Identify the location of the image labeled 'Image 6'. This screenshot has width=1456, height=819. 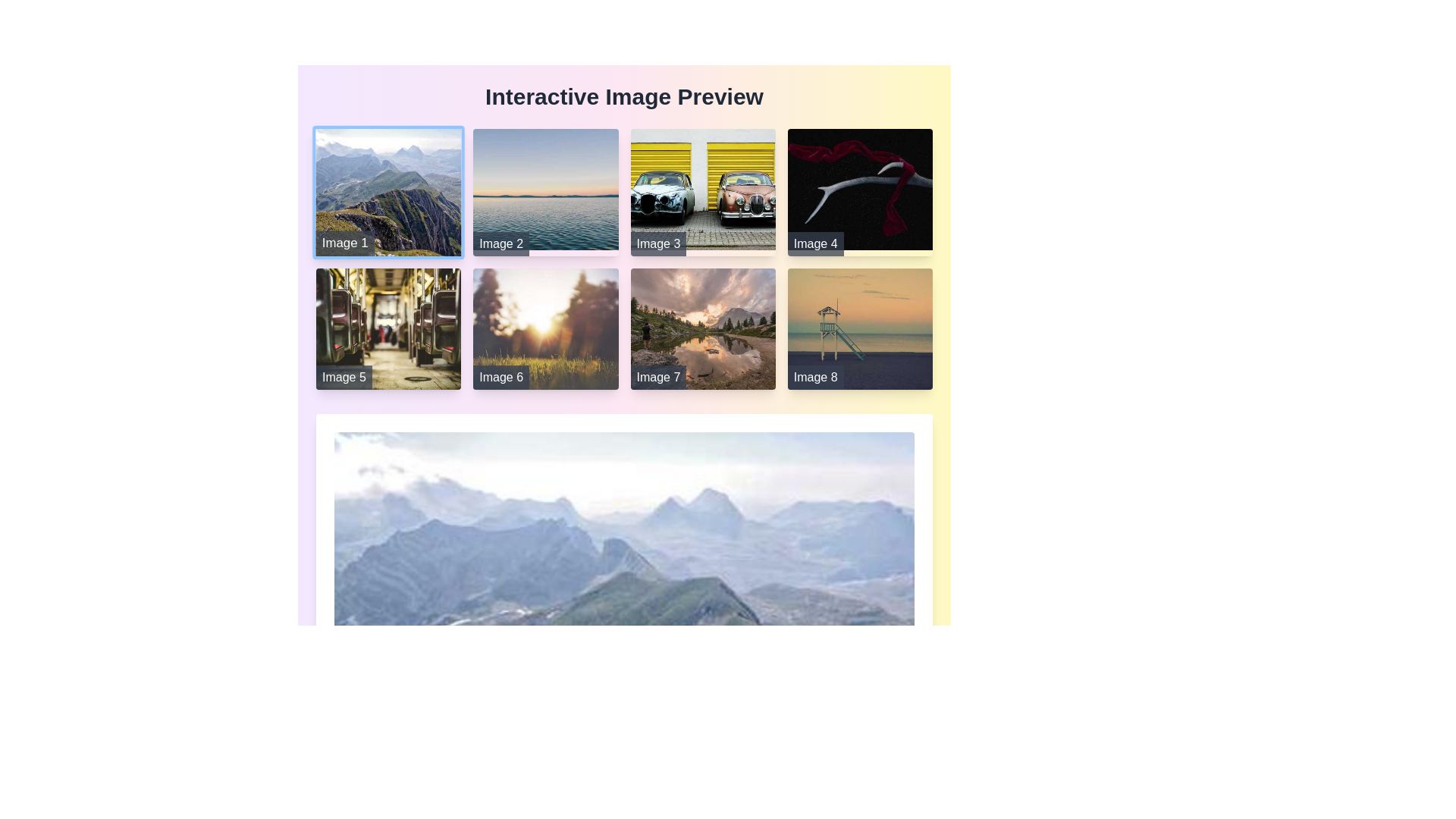
(545, 328).